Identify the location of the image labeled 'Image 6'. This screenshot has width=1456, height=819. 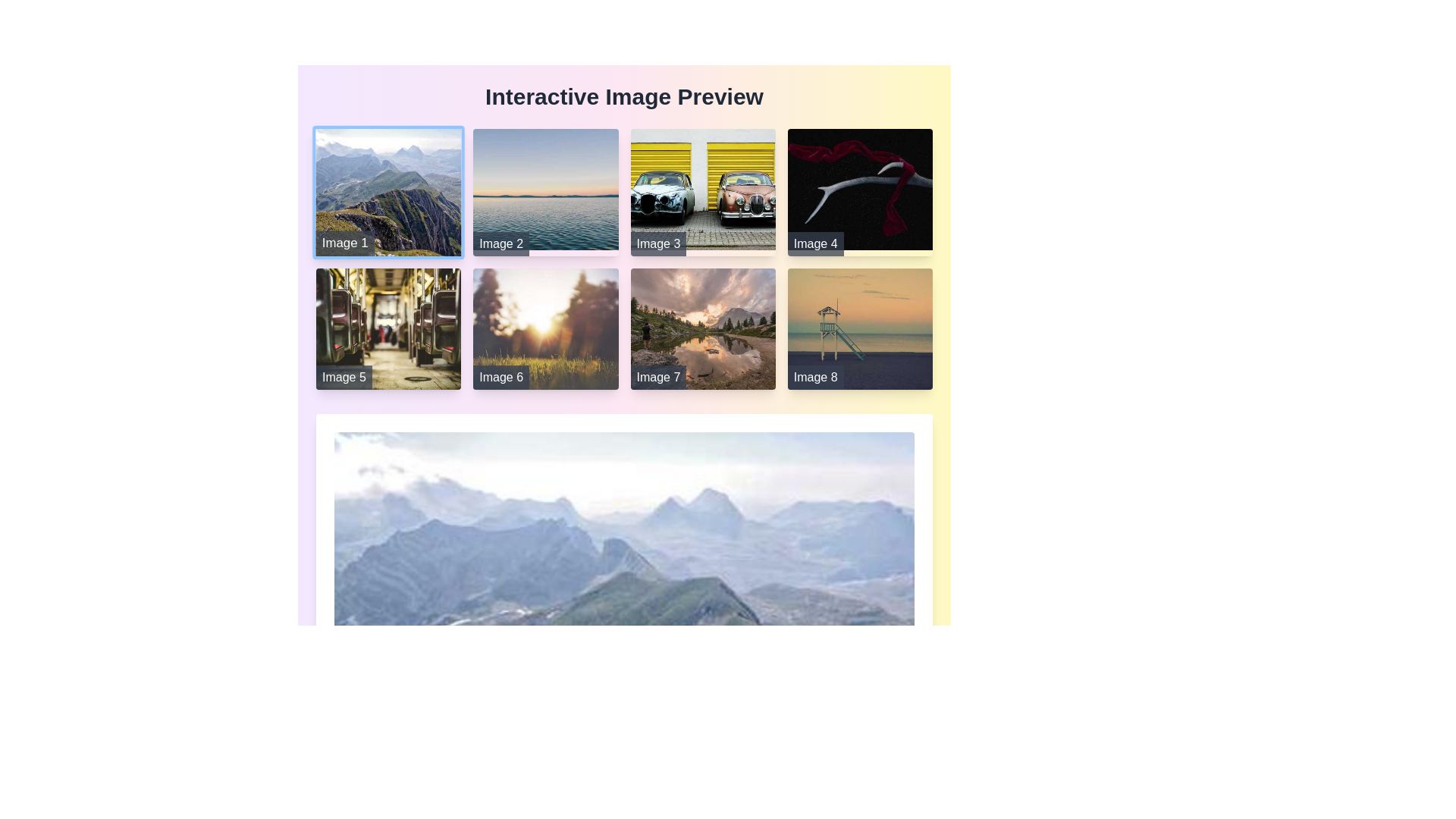
(545, 328).